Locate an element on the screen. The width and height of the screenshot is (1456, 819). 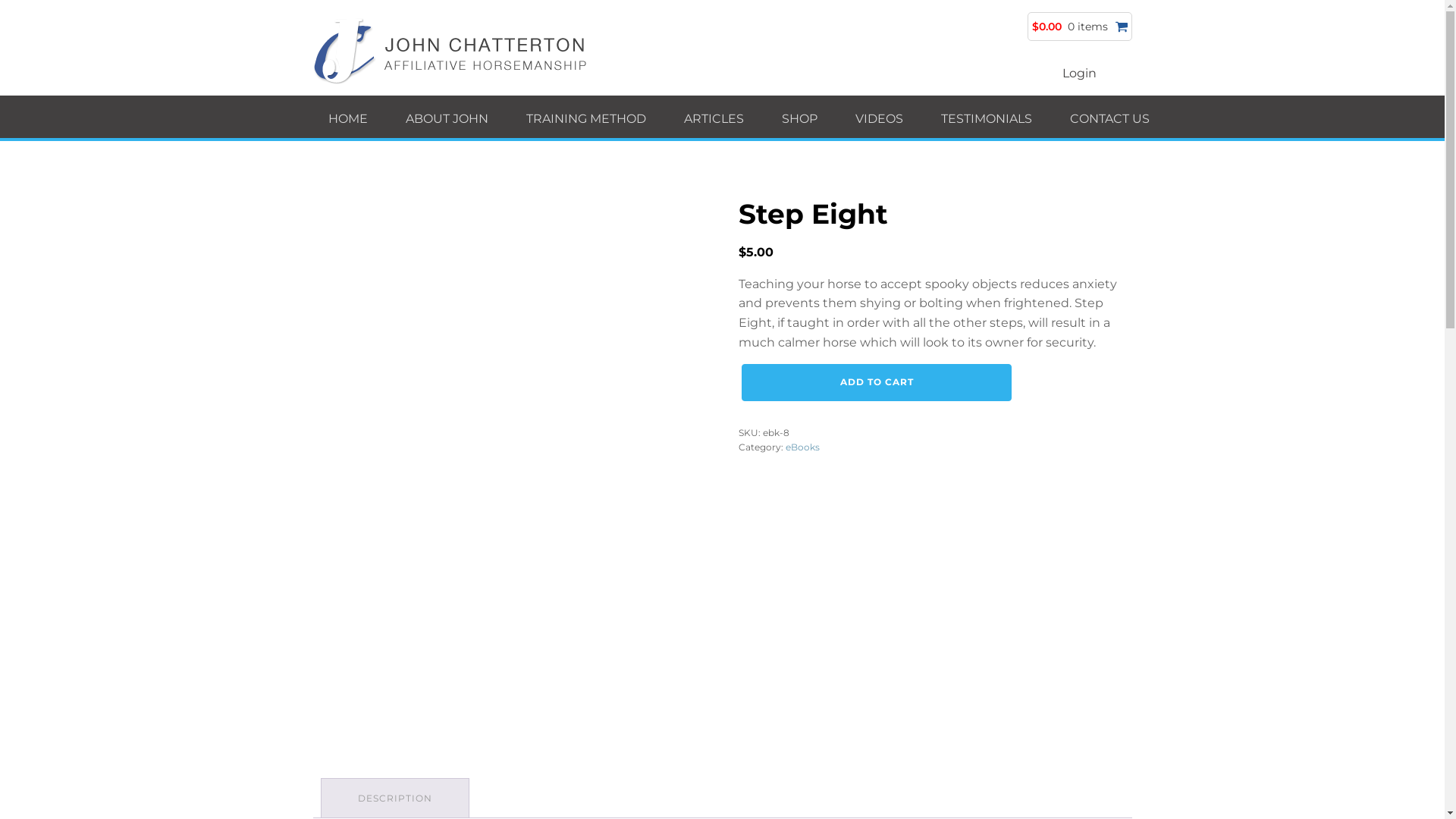
'eBooks' is located at coordinates (802, 446).